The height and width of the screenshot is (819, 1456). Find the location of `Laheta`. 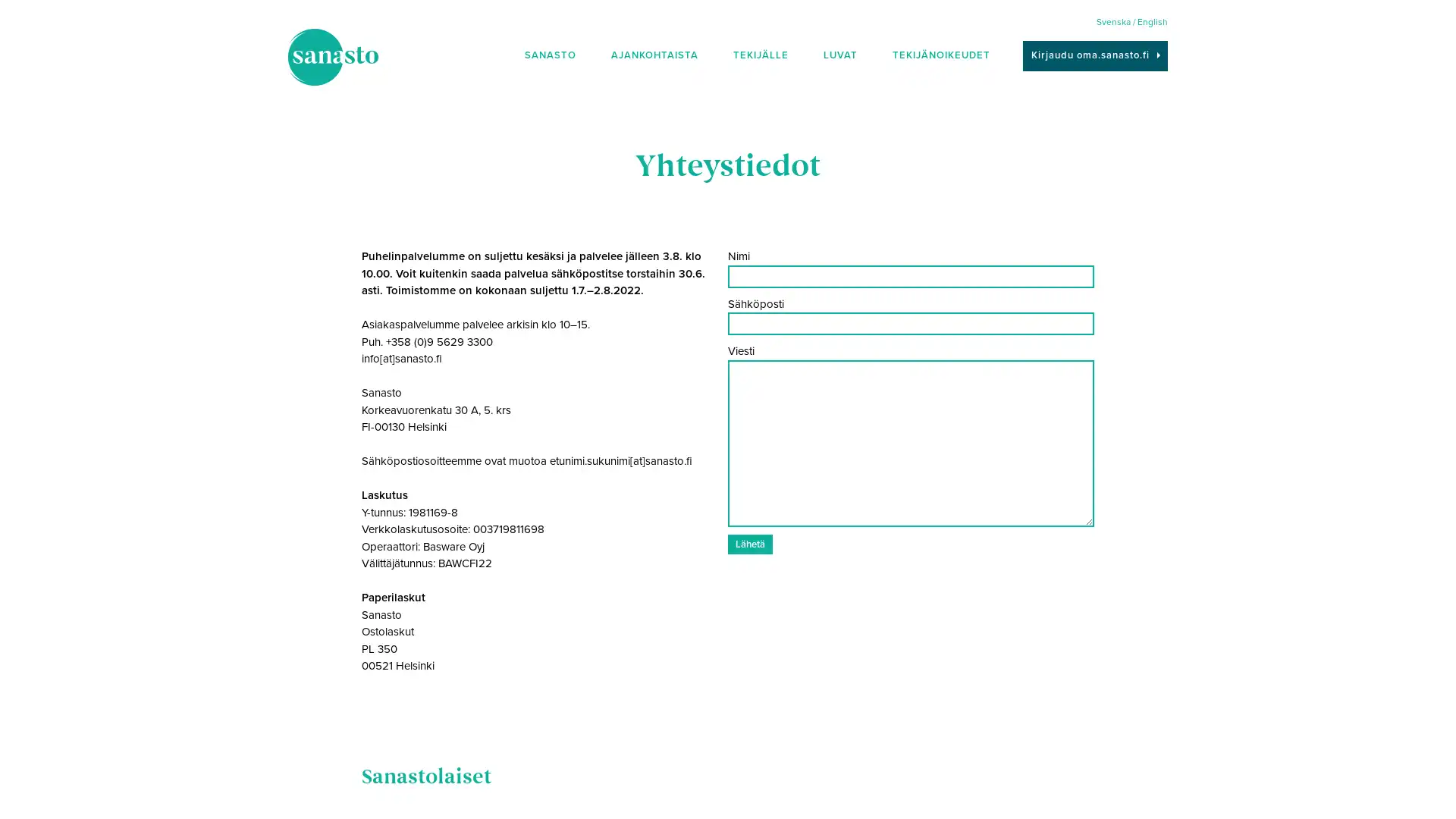

Laheta is located at coordinates (749, 543).